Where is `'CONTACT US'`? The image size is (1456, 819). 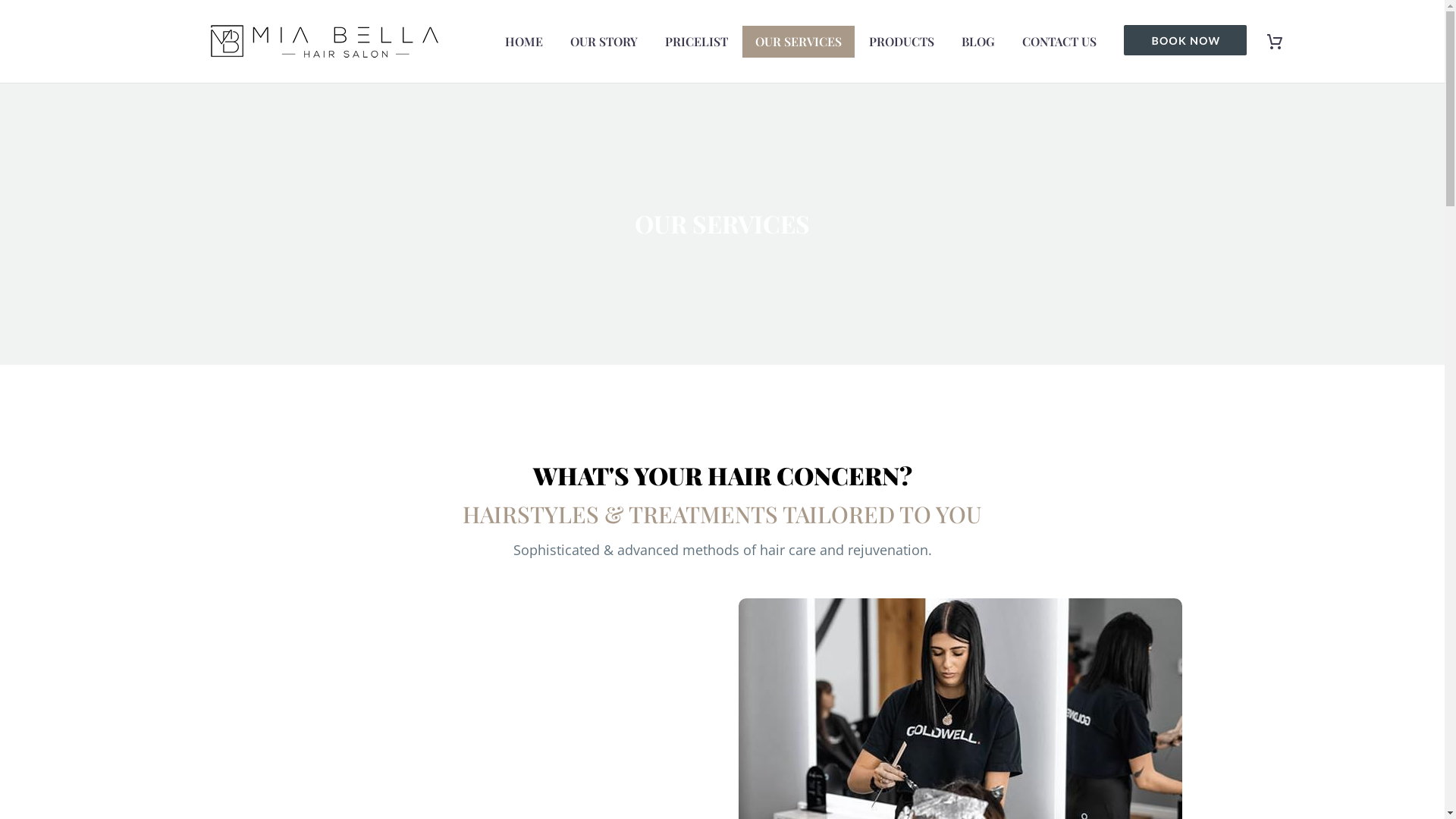
'CONTACT US' is located at coordinates (1058, 40).